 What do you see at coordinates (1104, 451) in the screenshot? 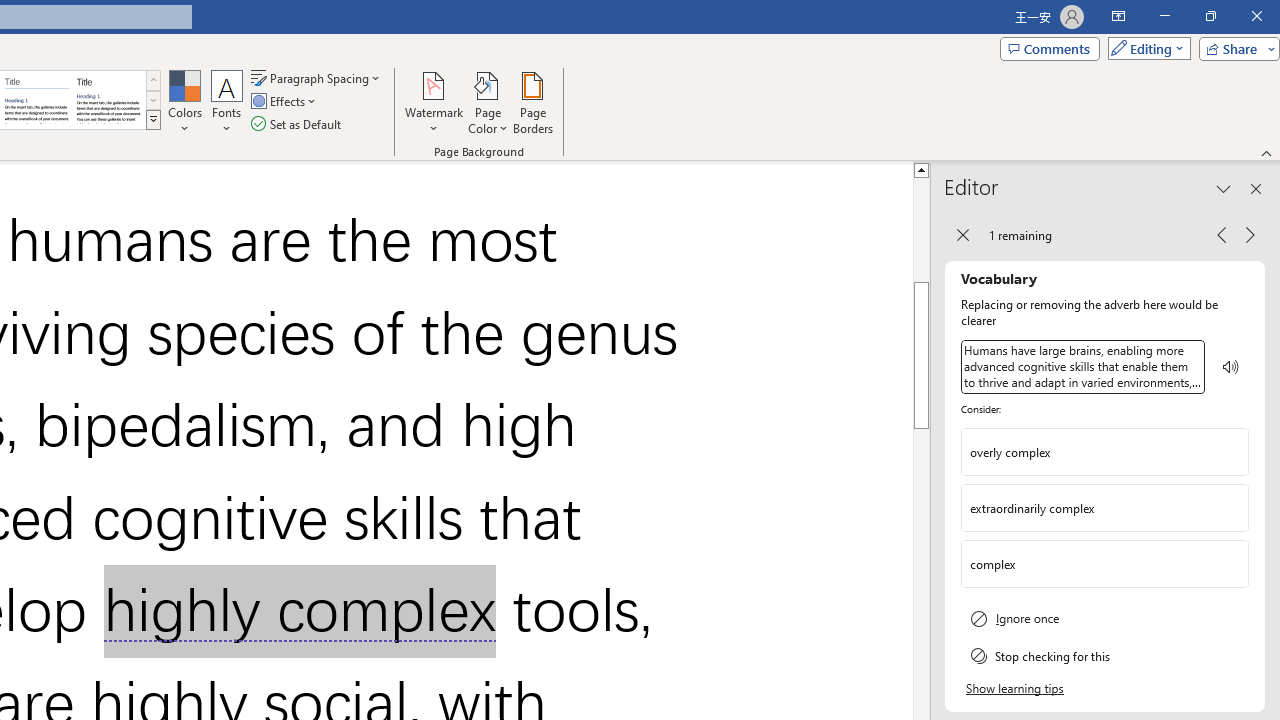
I see `'overly complex'` at bounding box center [1104, 451].